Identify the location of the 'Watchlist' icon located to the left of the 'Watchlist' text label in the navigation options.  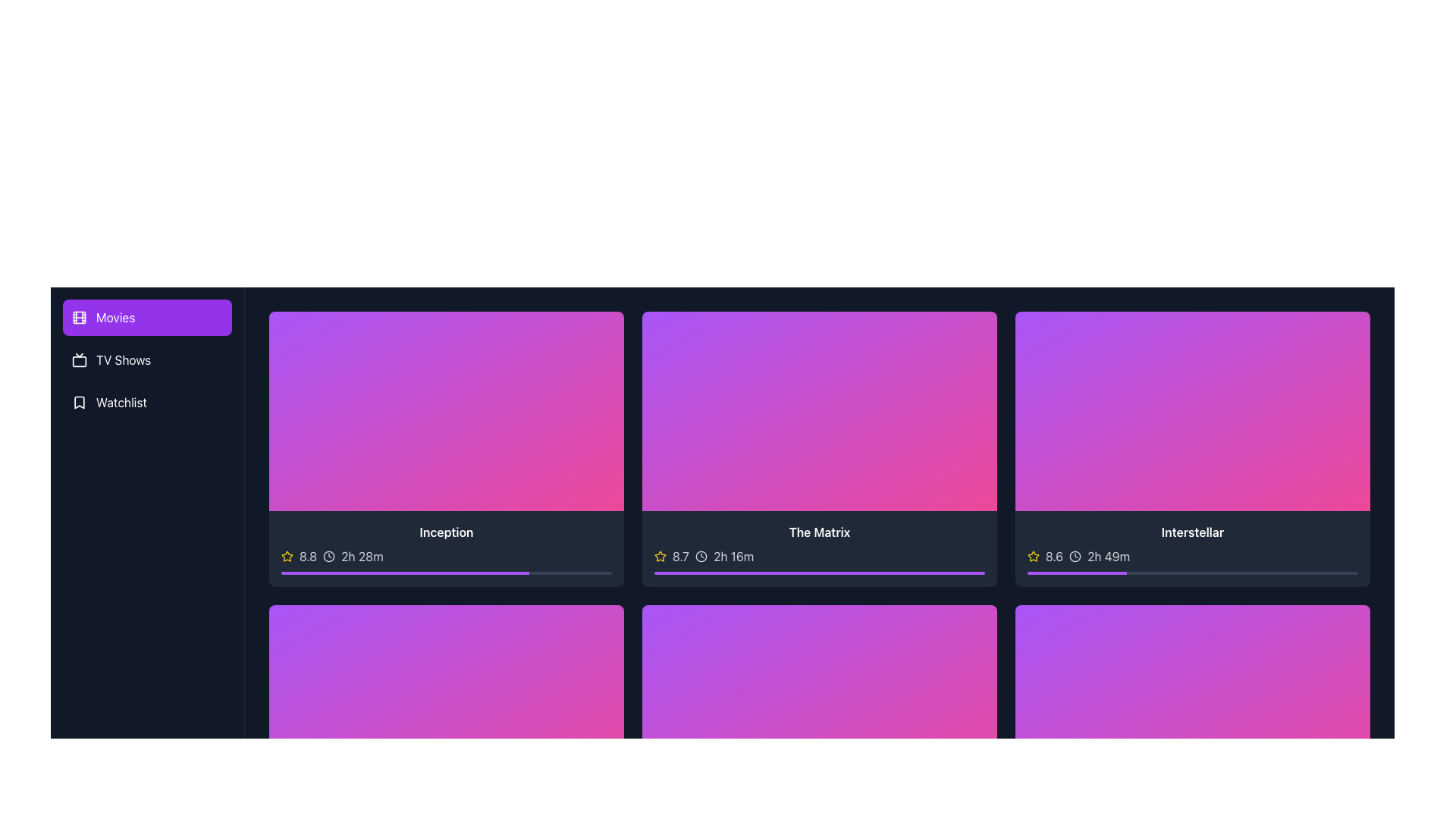
(79, 402).